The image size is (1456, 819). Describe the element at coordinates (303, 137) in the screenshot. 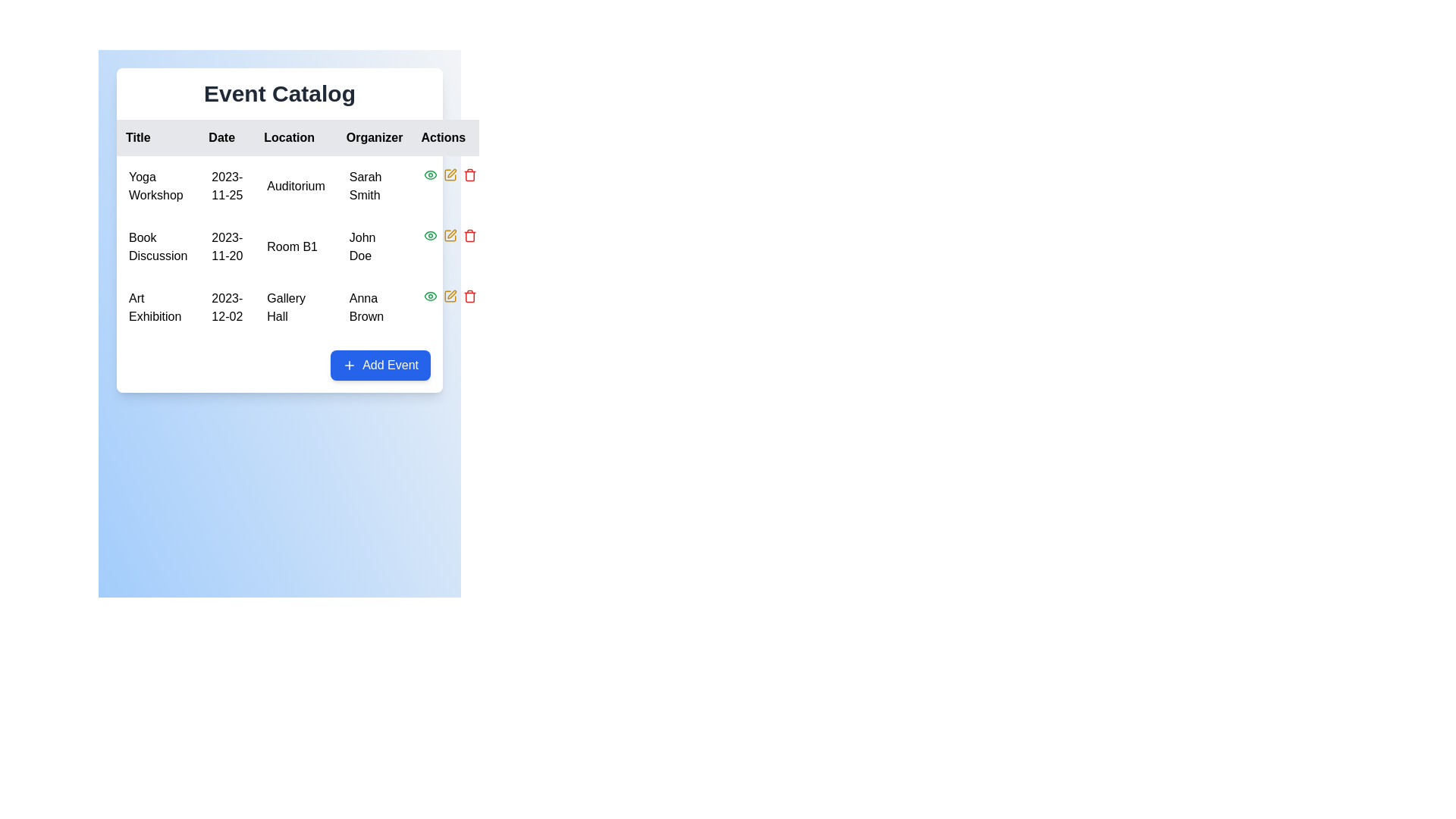

I see `the 'Location' table header cell, which is the third header cell in the table's header row under the 'Event Catalog' panel` at that location.